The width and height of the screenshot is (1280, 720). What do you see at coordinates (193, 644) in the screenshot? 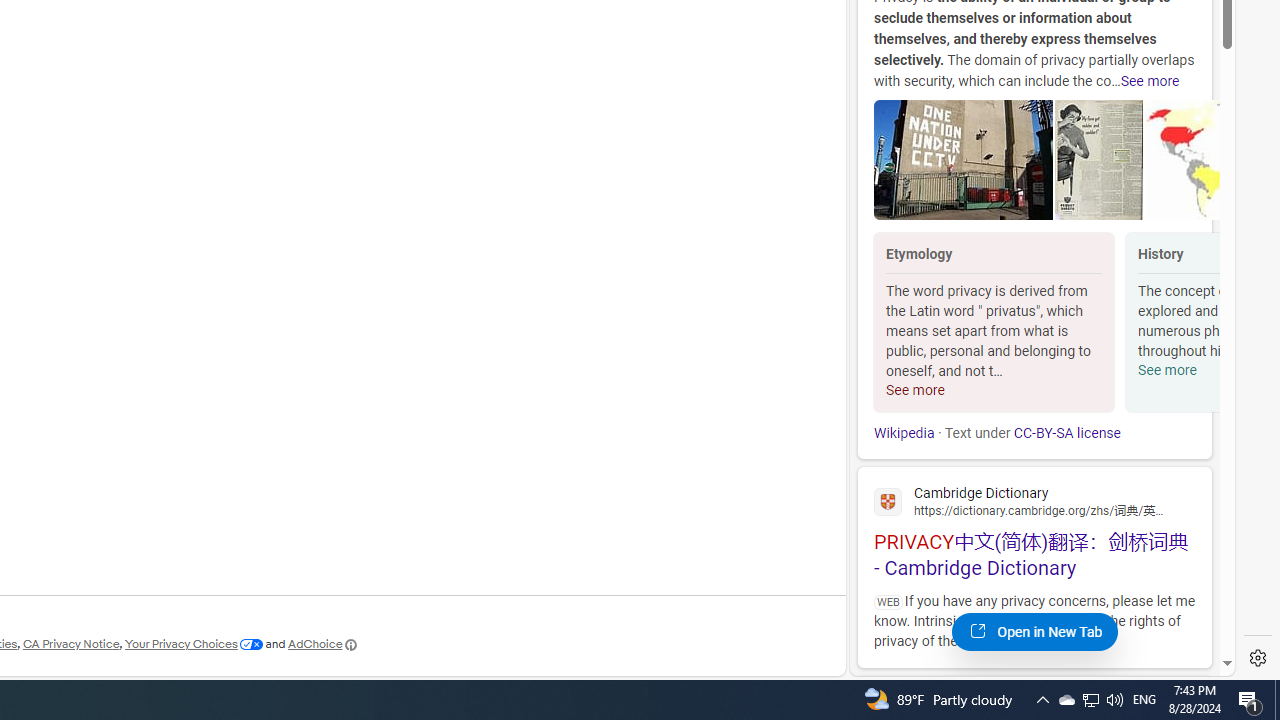
I see `'Your Privacy Choices'` at bounding box center [193, 644].